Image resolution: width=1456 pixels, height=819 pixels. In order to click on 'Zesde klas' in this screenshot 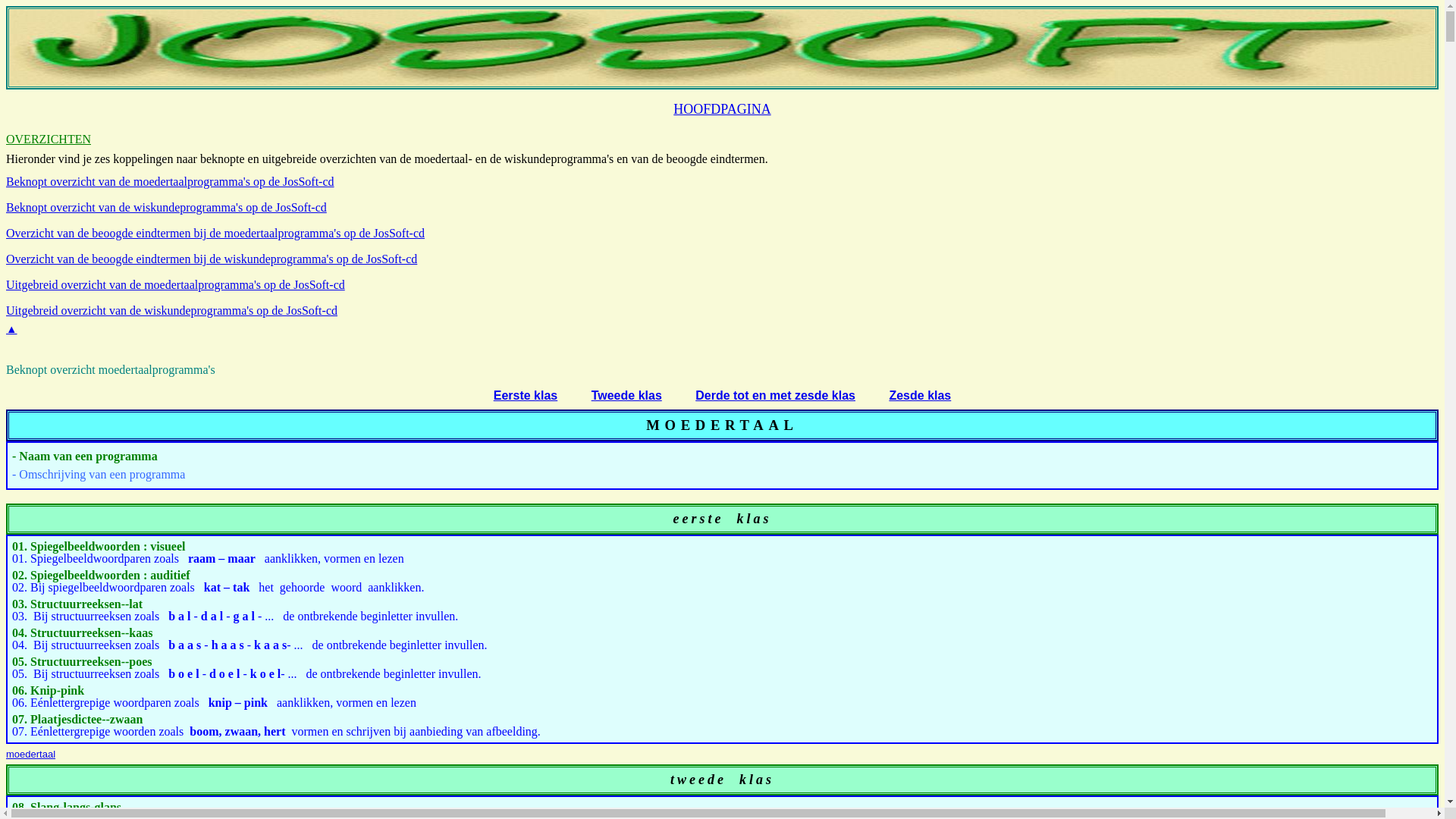, I will do `click(919, 394)`.